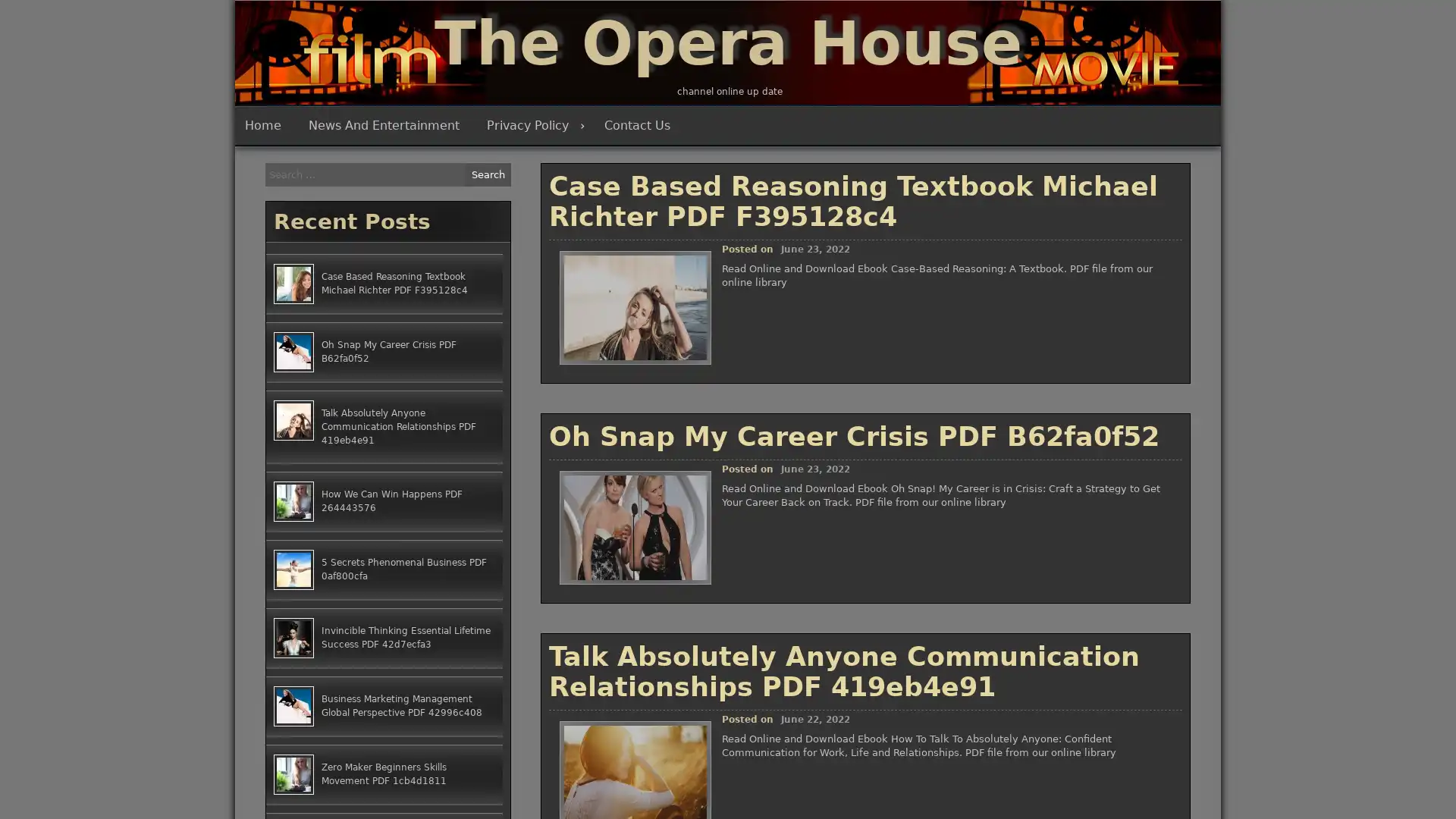 The width and height of the screenshot is (1456, 819). What do you see at coordinates (488, 174) in the screenshot?
I see `Search` at bounding box center [488, 174].